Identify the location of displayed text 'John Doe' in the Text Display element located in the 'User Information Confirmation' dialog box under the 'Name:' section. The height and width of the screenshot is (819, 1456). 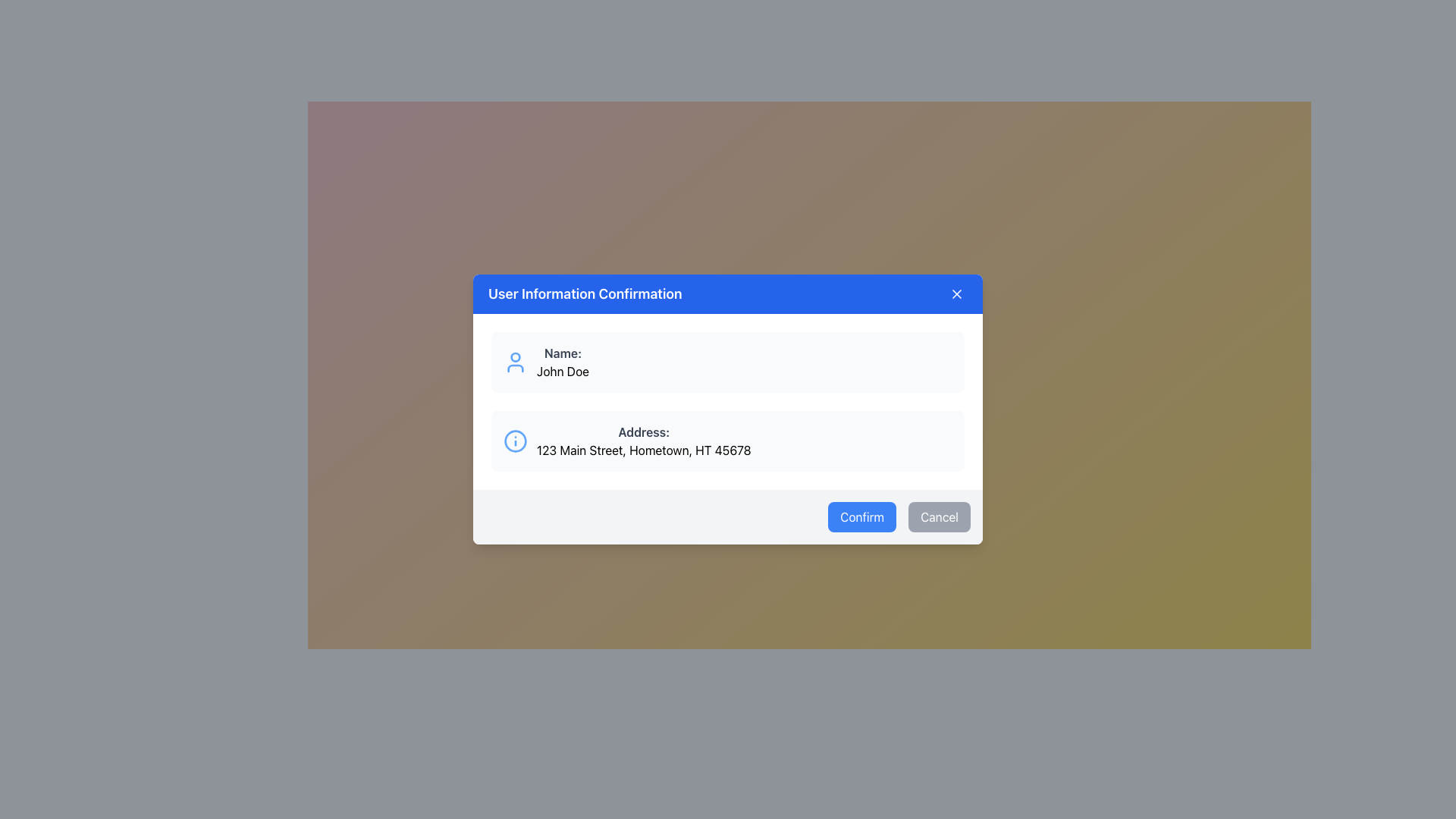
(562, 371).